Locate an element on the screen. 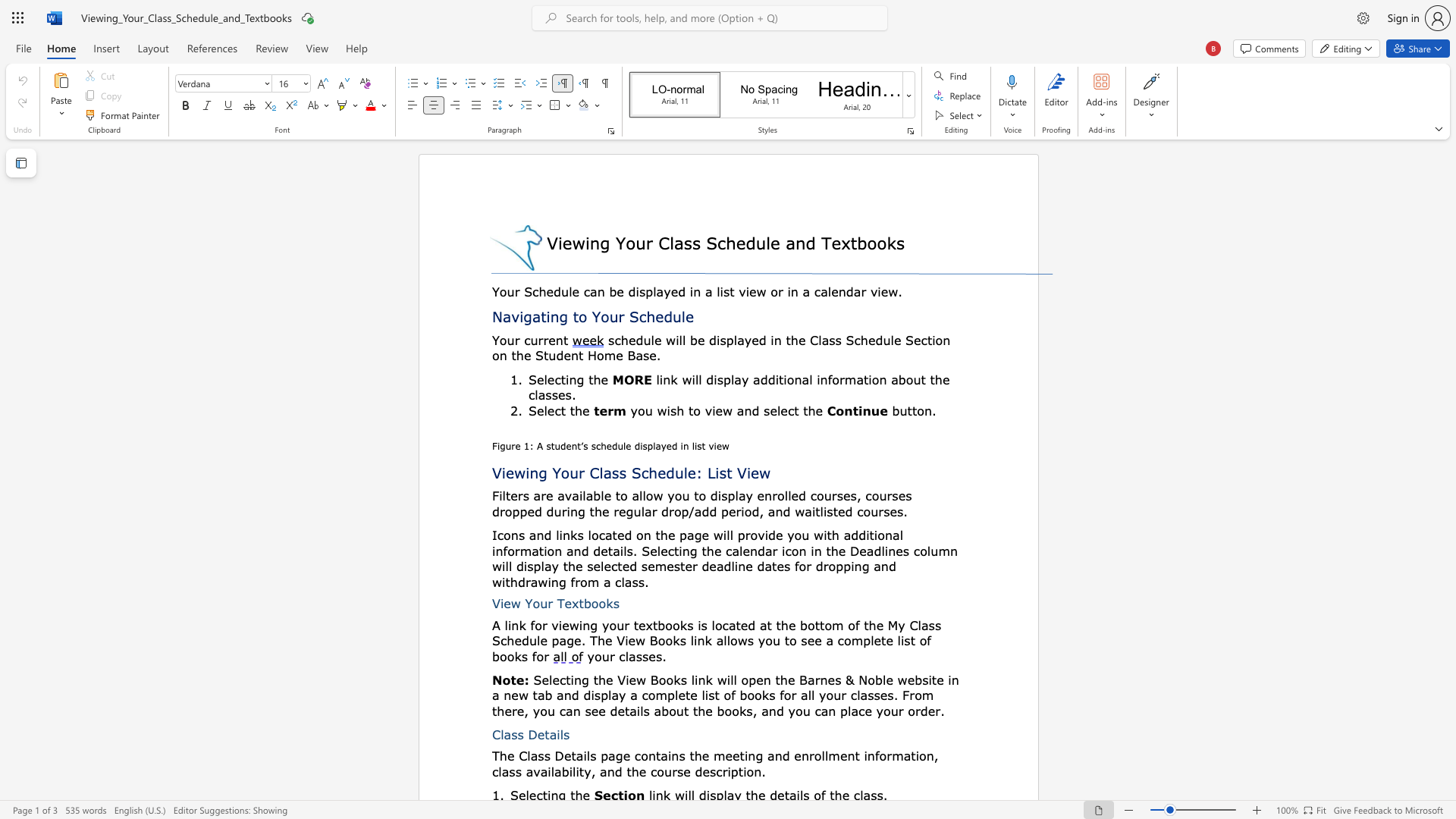 Image resolution: width=1456 pixels, height=819 pixels. the subset text "t the" within the text "Select the" is located at coordinates (560, 410).